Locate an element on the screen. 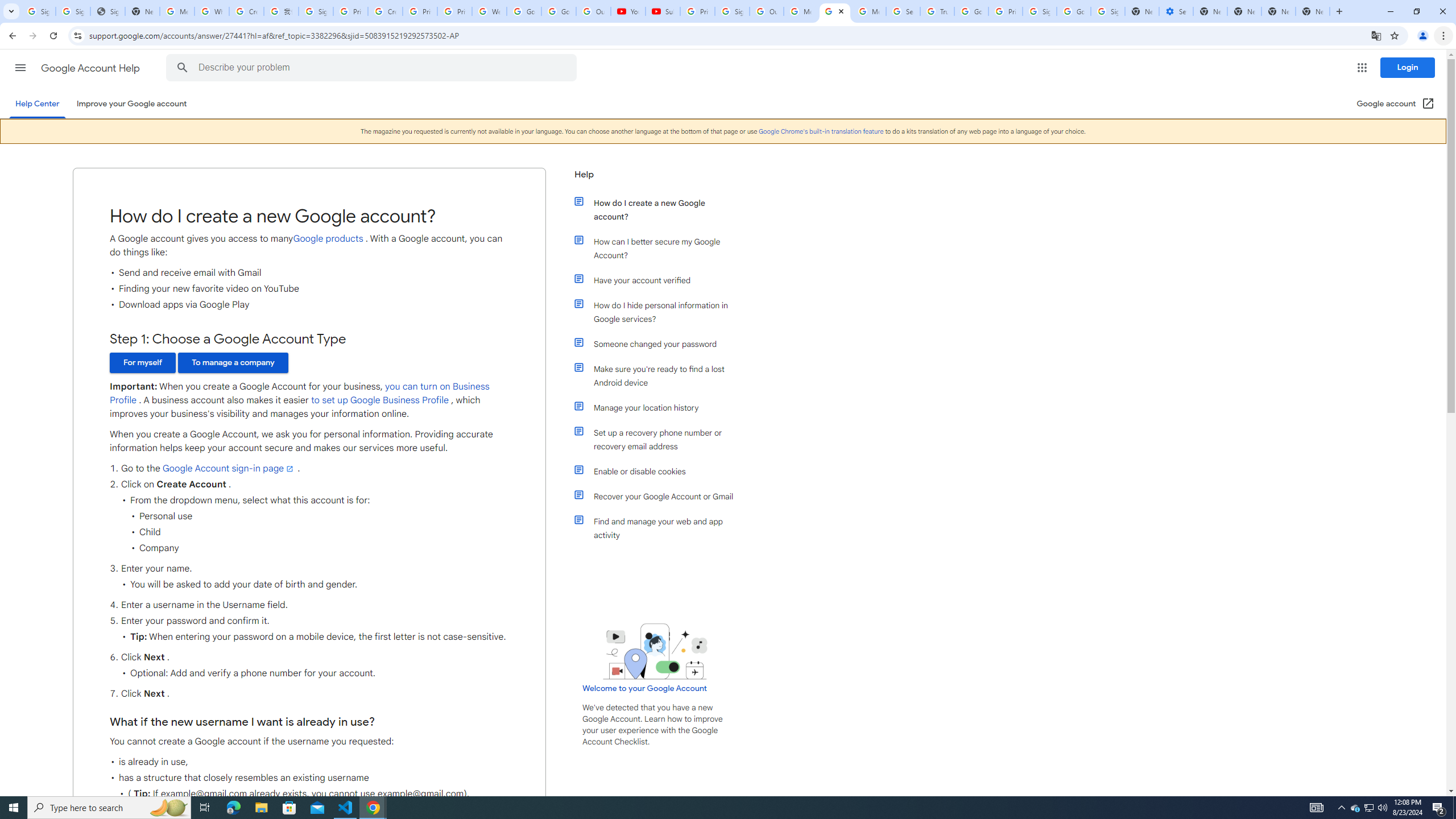  'Reload' is located at coordinates (53, 35).